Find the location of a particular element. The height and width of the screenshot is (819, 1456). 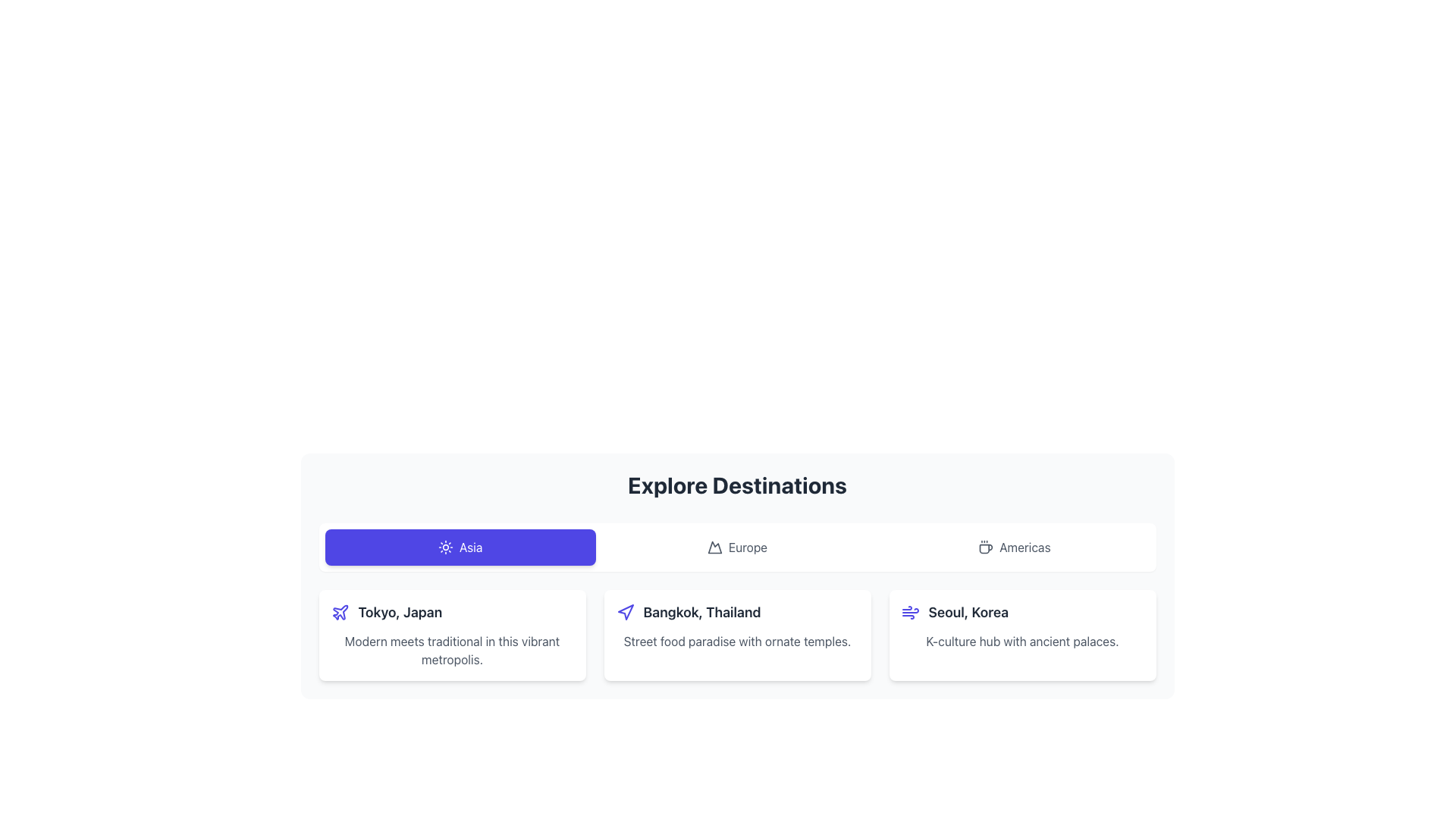

the 'Asia' region label text which is located within the first purple button in the horizontal list of region selectors is located at coordinates (470, 547).